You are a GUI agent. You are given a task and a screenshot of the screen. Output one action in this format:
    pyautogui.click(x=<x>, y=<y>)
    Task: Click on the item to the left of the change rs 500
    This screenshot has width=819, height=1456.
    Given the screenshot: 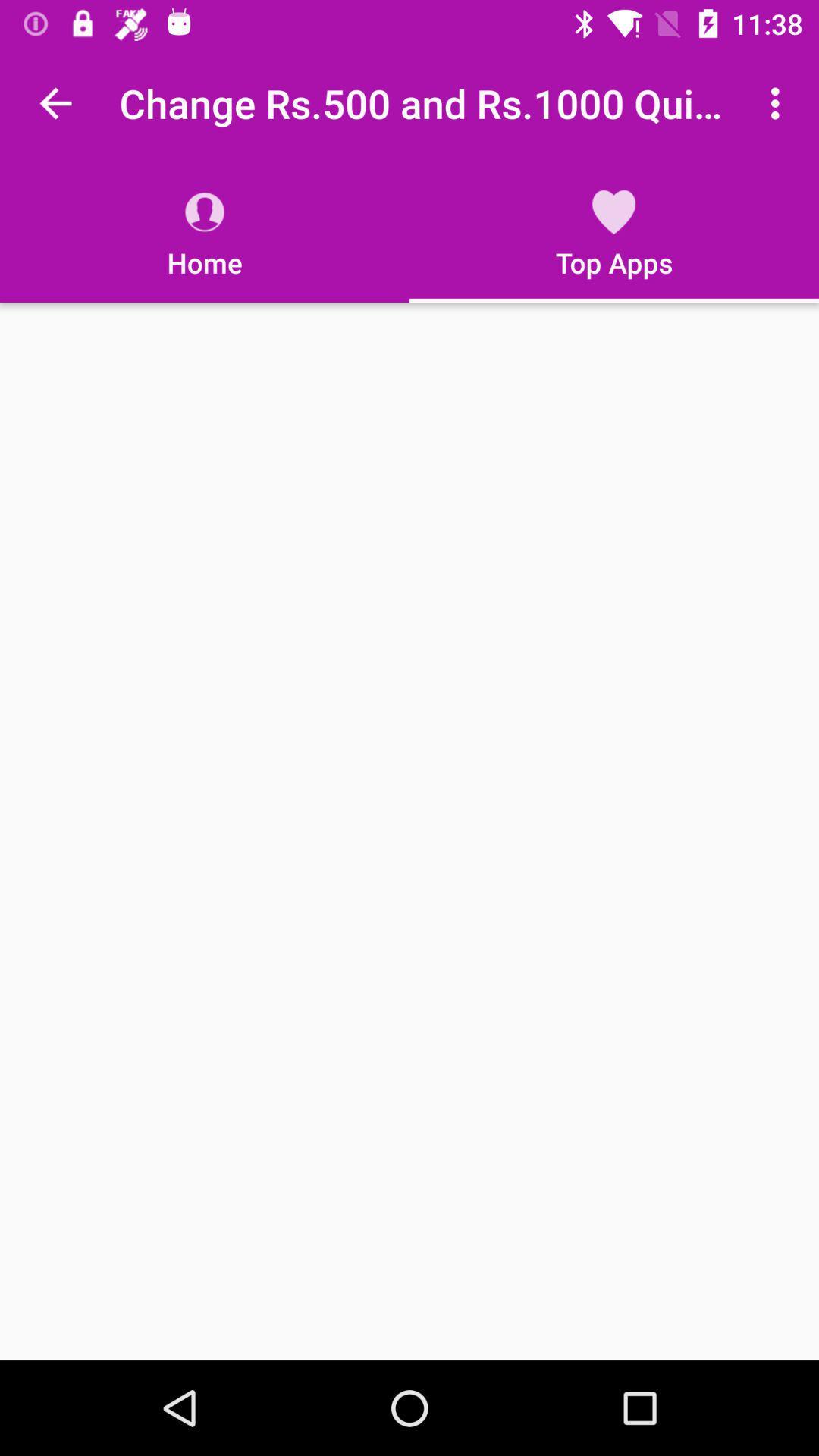 What is the action you would take?
    pyautogui.click(x=55, y=102)
    